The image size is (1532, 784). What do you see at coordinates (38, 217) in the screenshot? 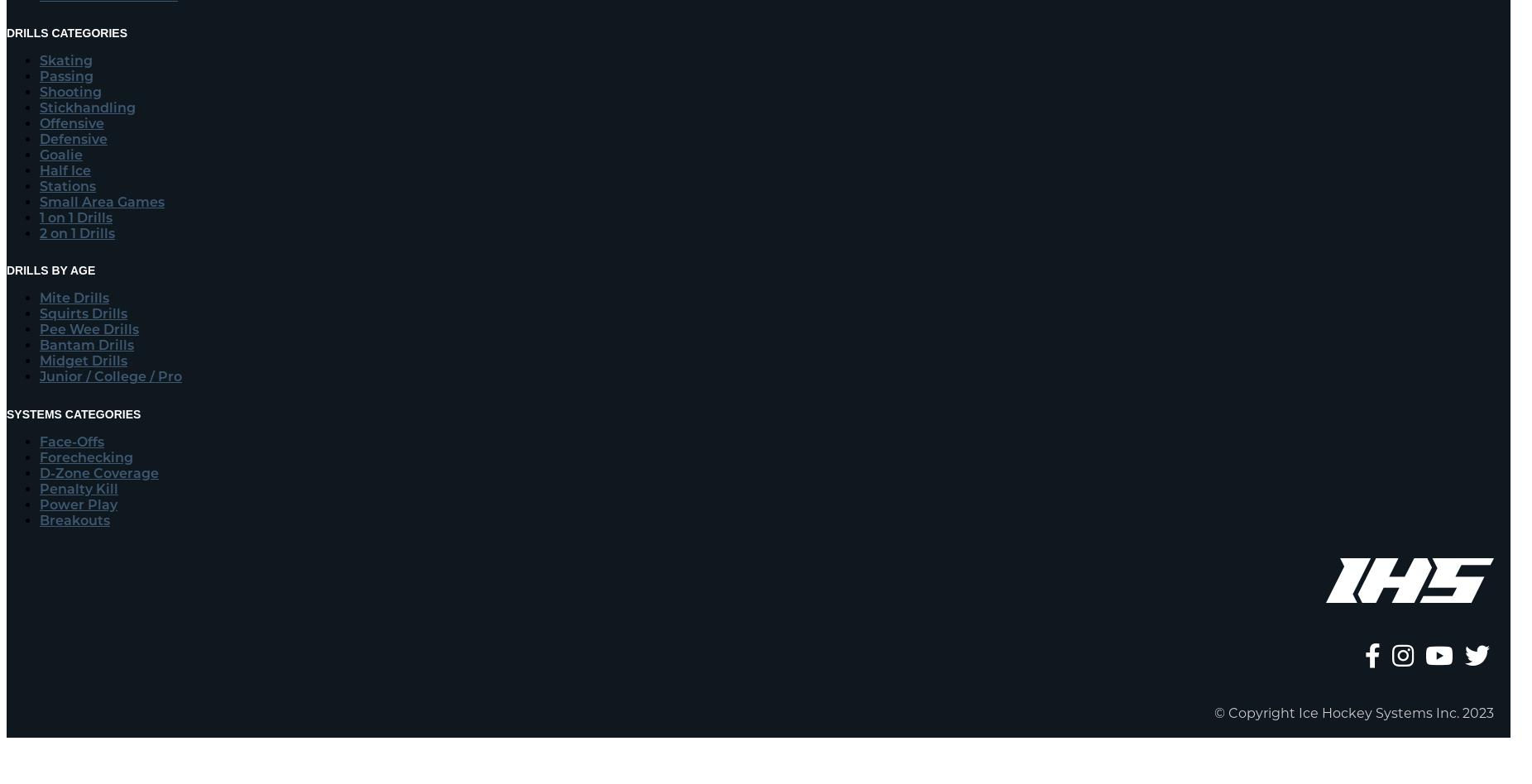
I see `'1 on 1 Drills'` at bounding box center [38, 217].